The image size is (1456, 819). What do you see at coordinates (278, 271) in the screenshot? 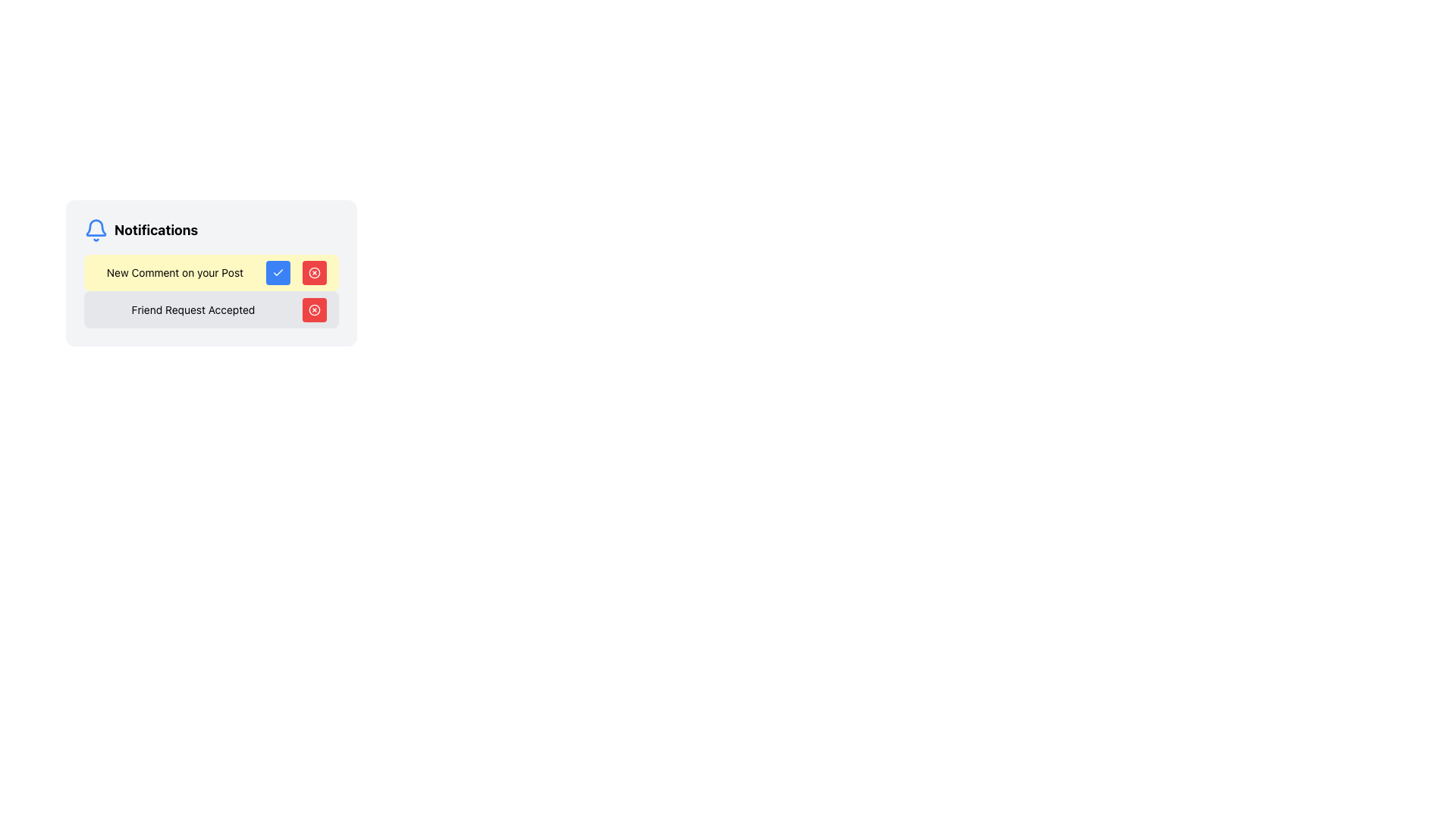
I see `the checkmark icon button, which is enclosed in a blue circle, located within the notification interface following the 'New Comment on your Post' text` at bounding box center [278, 271].